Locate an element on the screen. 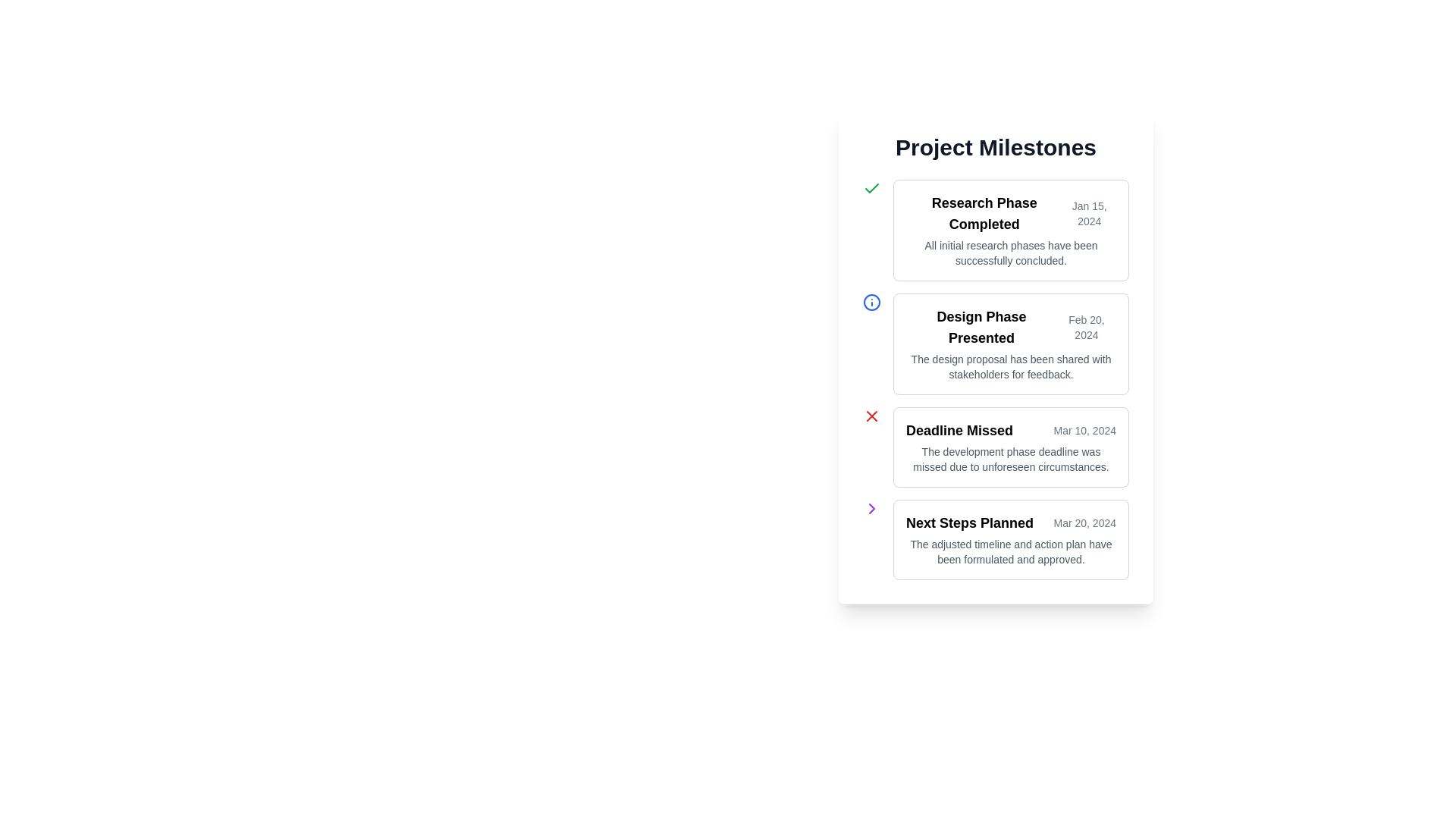  the static text label displaying 'Design Phase Presented', located at the top-left section of a milestone card, above the date text is located at coordinates (981, 327).